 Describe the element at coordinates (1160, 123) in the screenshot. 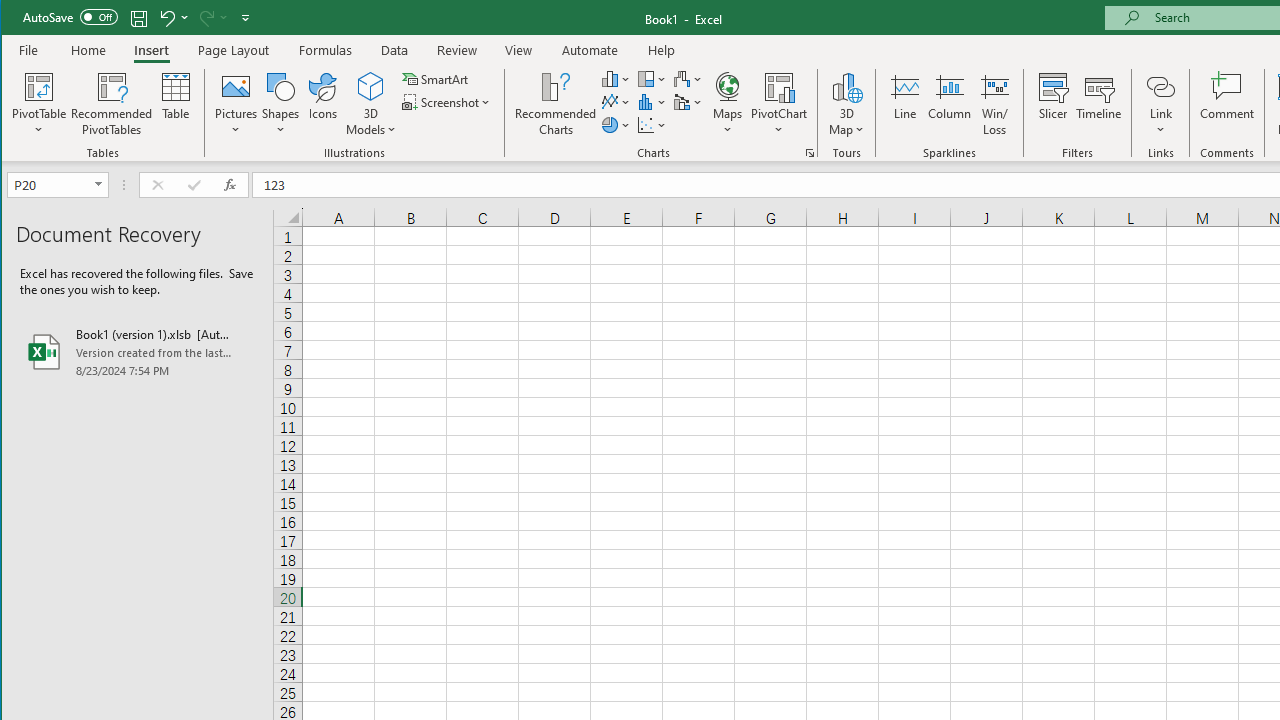

I see `'More Options'` at that location.